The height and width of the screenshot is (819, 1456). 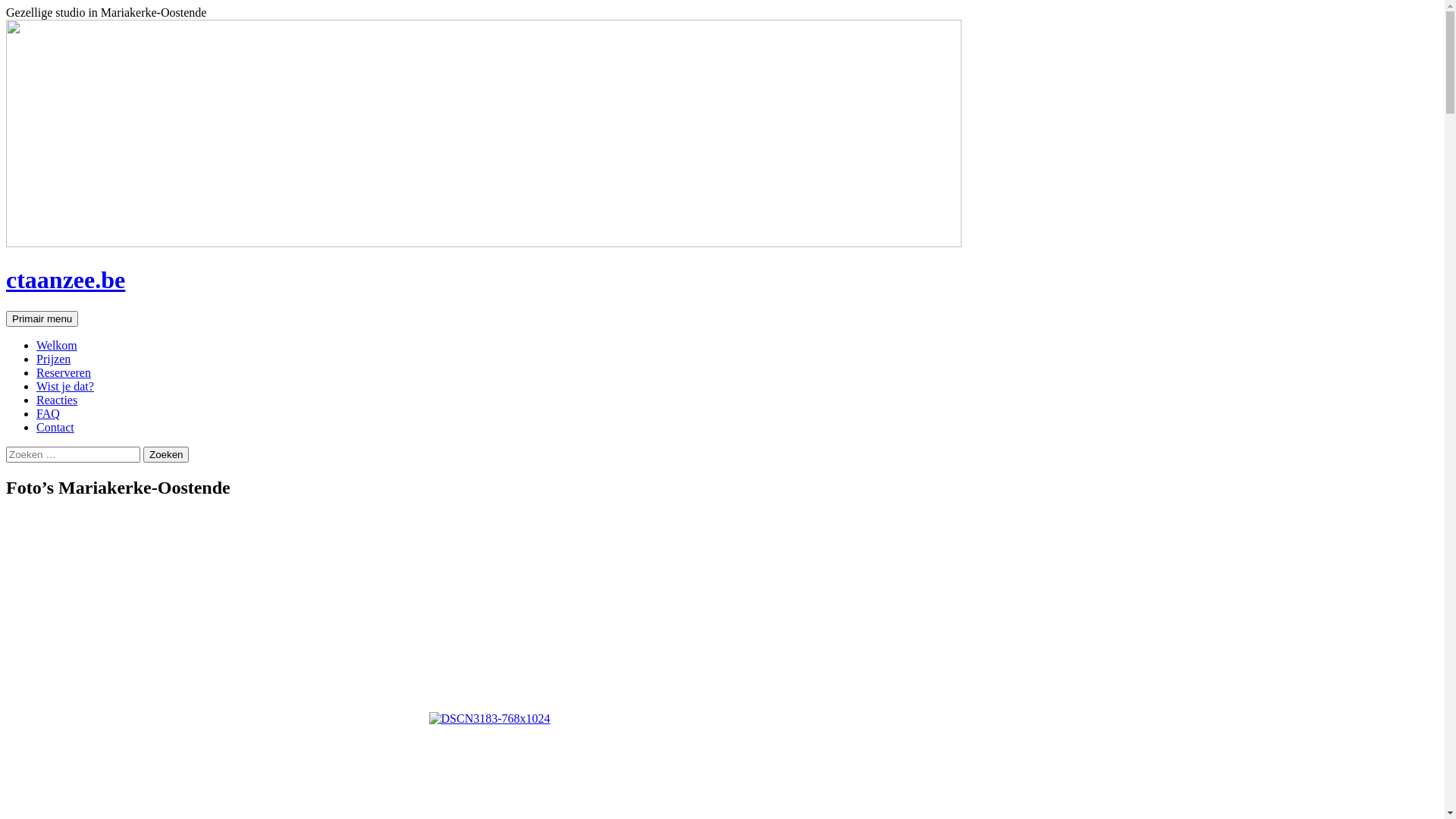 I want to click on 'Reacties', so click(x=57, y=399).